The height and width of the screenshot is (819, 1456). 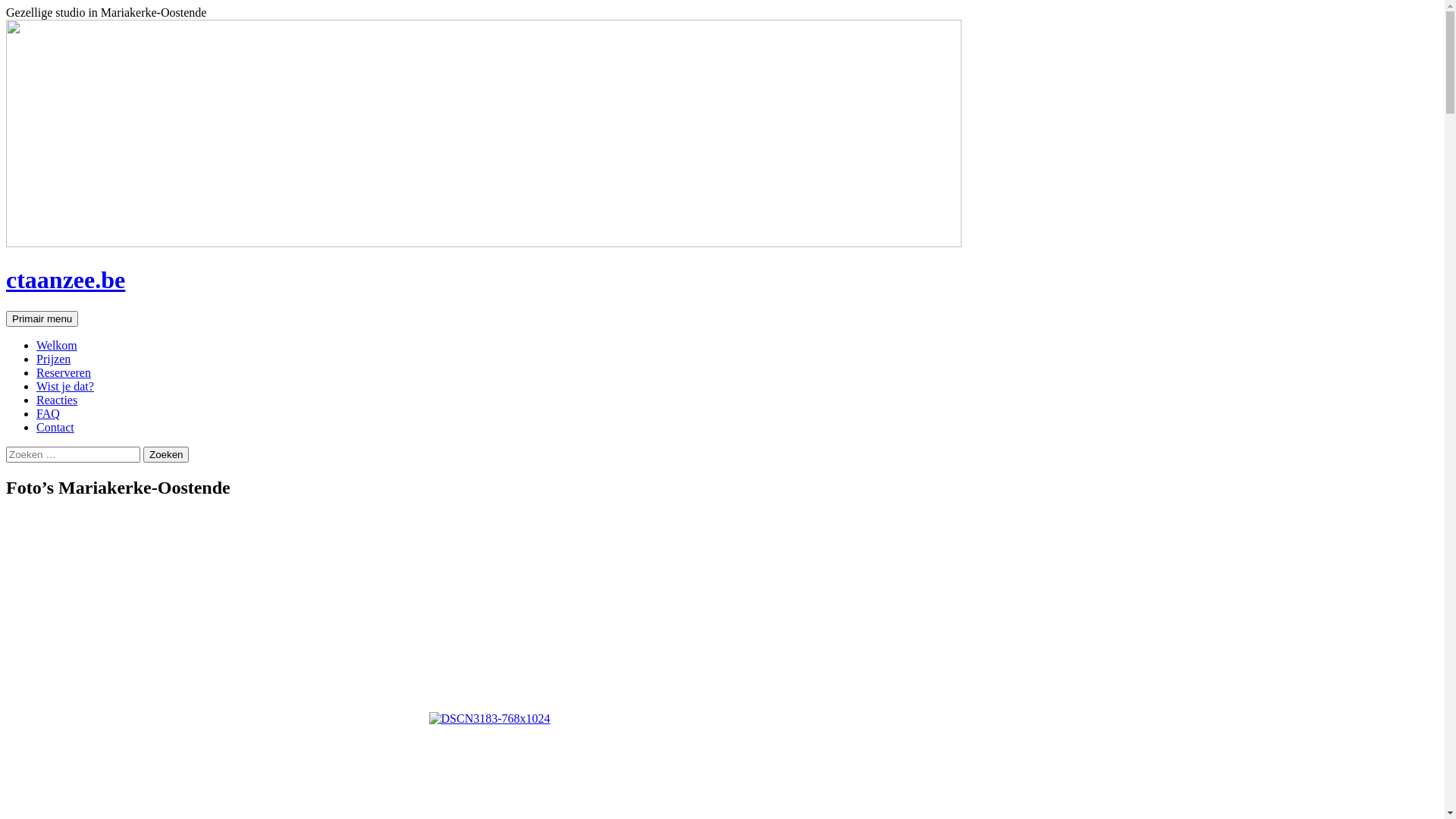 I want to click on 'Reacties', so click(x=57, y=399).